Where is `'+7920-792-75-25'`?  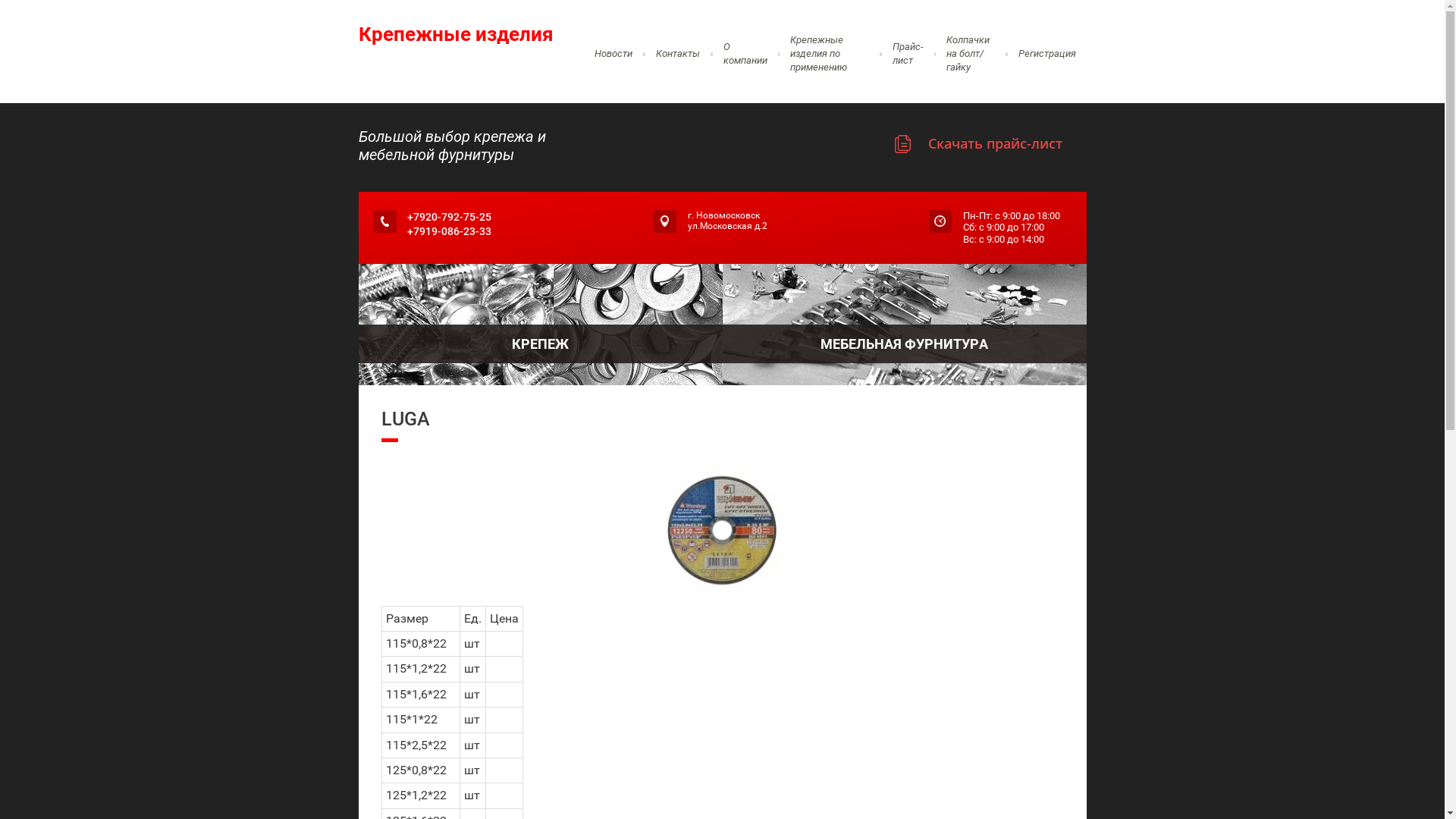
'+7920-792-75-25' is located at coordinates (447, 216).